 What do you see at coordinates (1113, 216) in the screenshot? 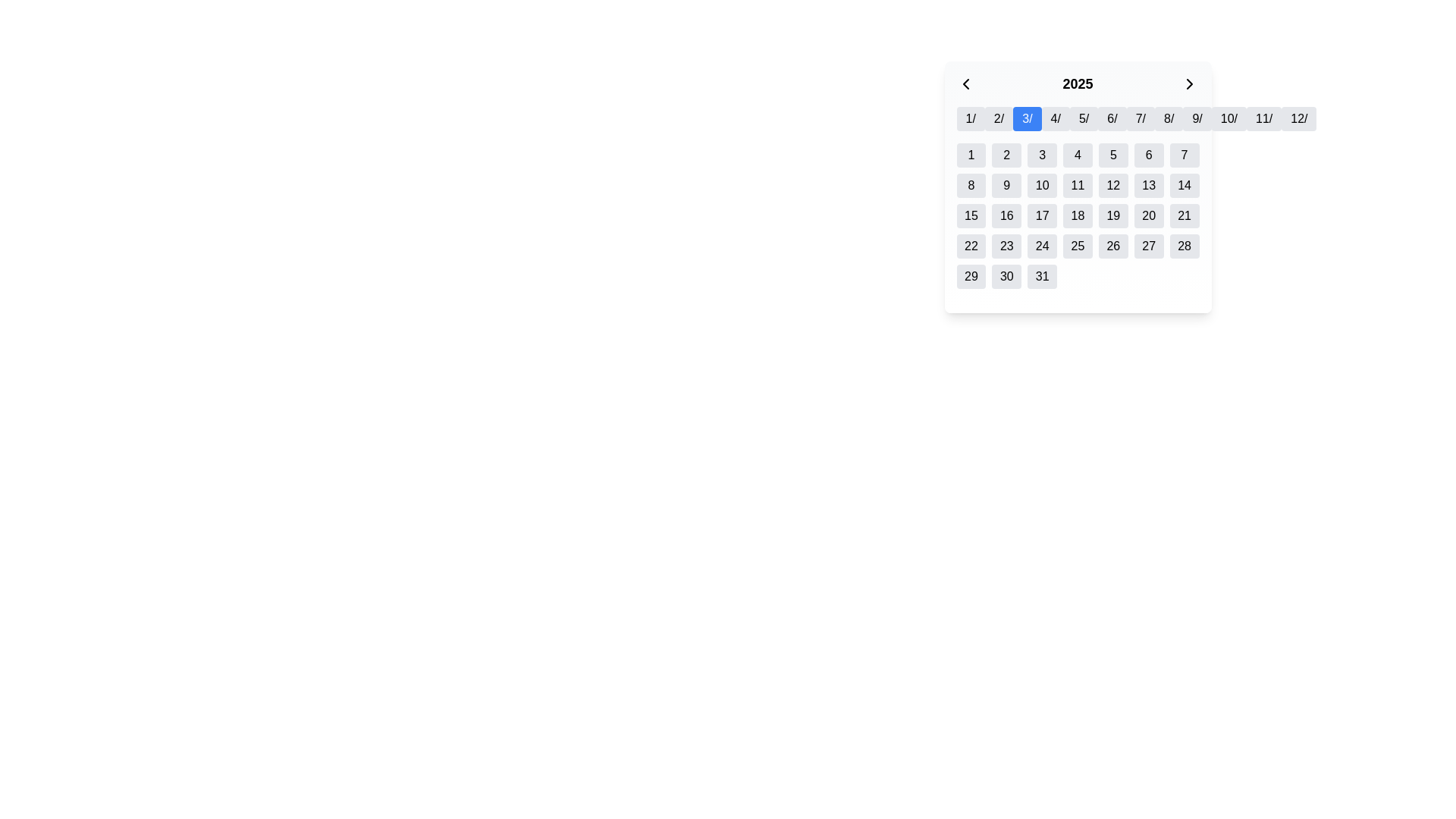
I see `the selectable date button for the 19th in the calendar component located in the 3rd row and 5th column of the grid` at bounding box center [1113, 216].